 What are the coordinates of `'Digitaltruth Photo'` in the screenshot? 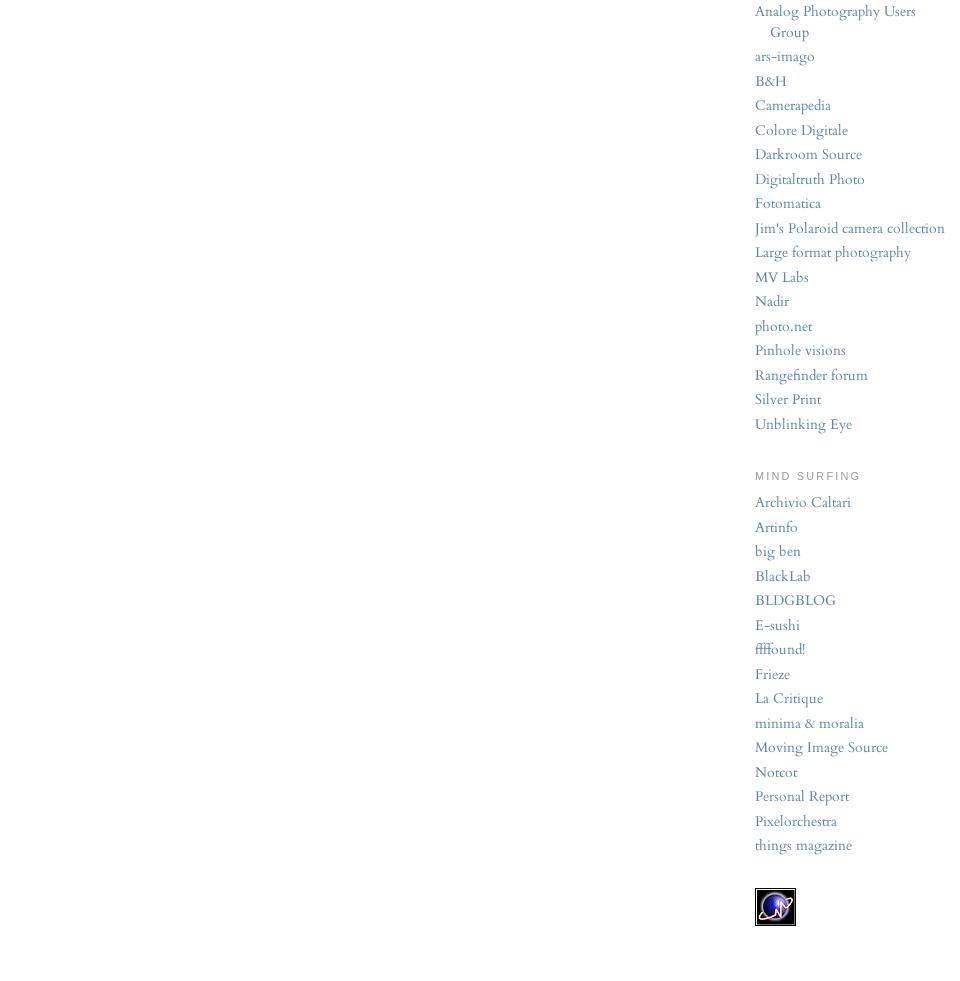 It's located at (810, 177).